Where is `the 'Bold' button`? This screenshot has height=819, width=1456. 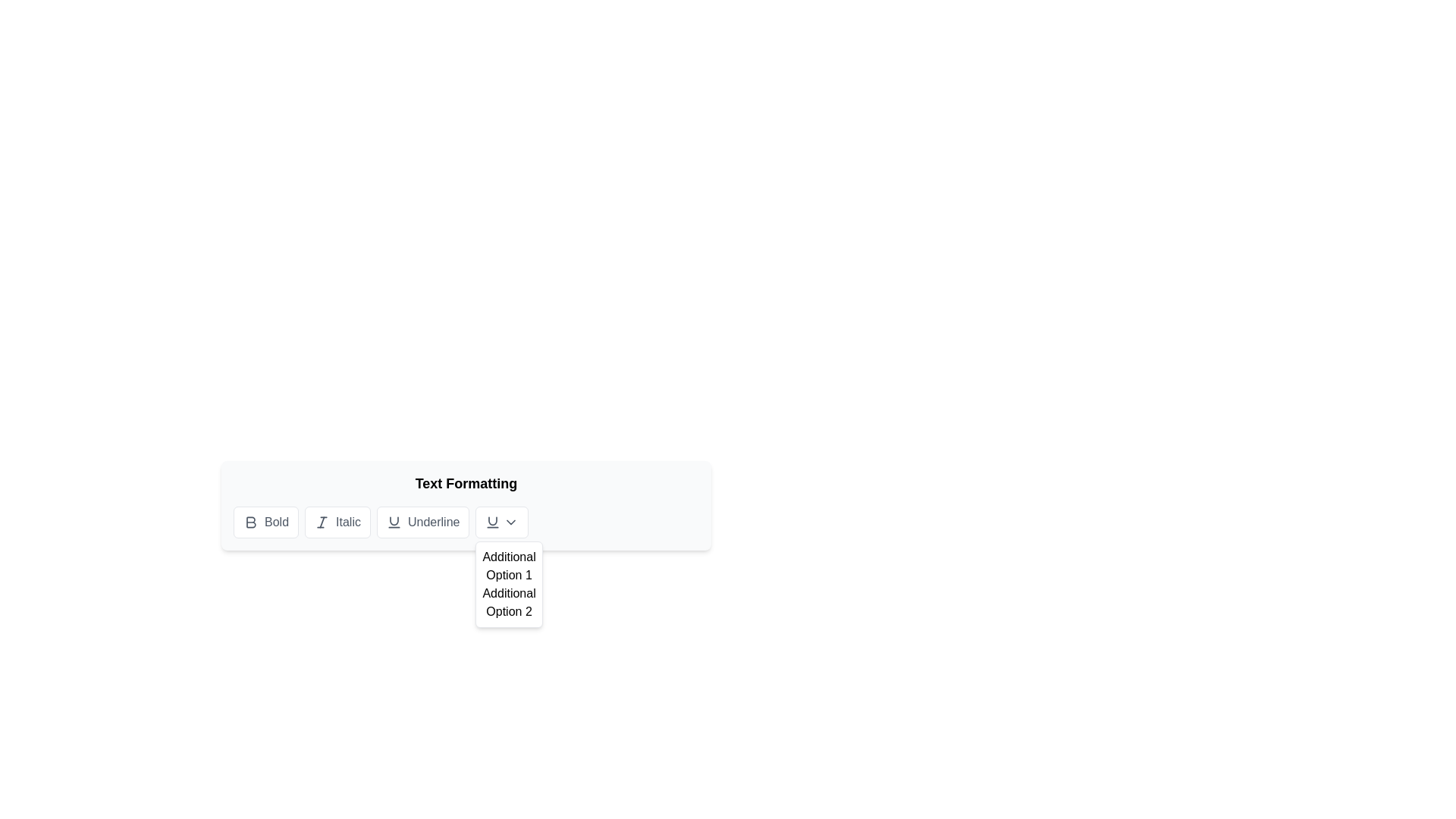 the 'Bold' button is located at coordinates (276, 522).